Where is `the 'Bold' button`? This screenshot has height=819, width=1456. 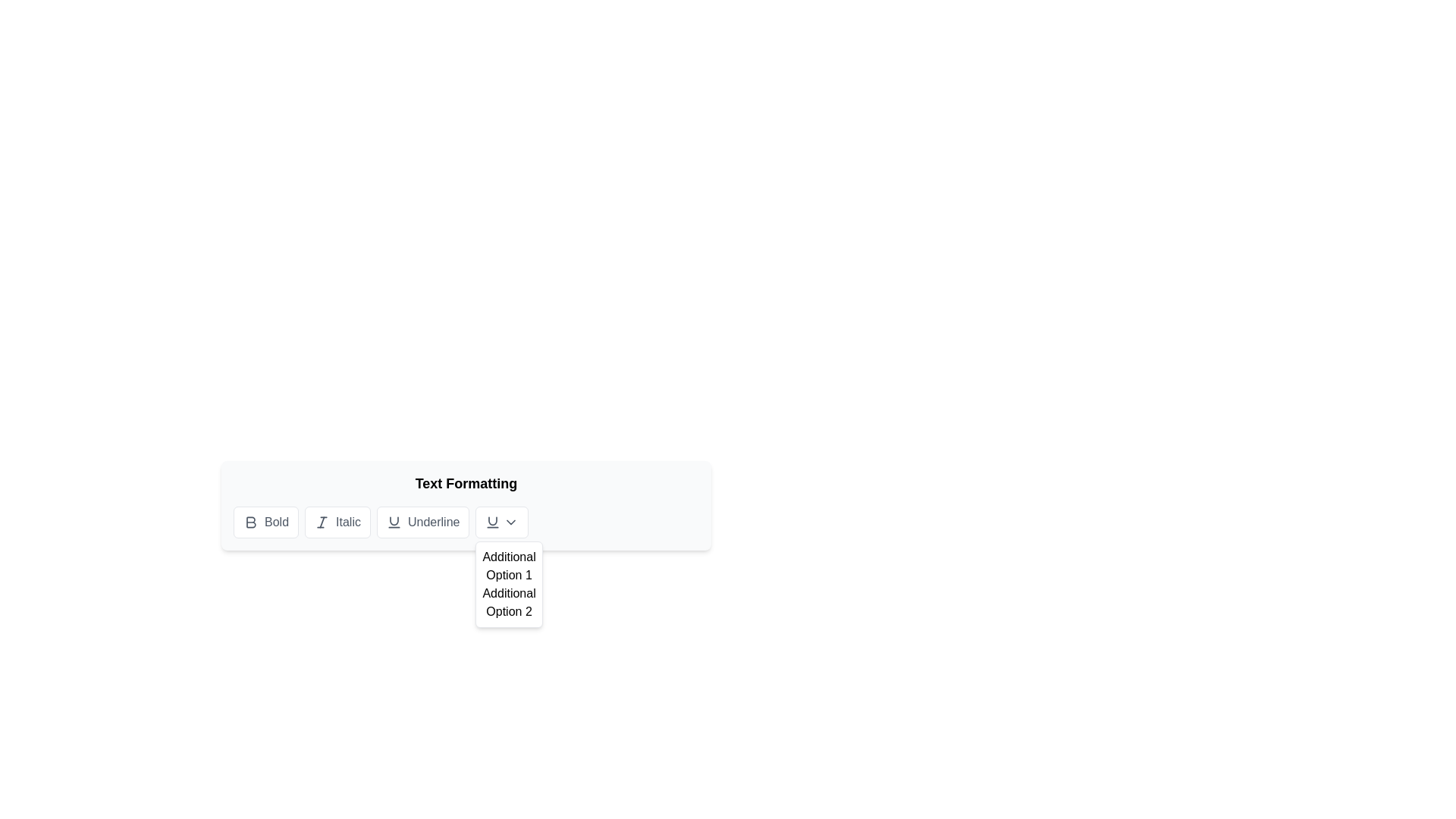 the 'Bold' button is located at coordinates (276, 522).